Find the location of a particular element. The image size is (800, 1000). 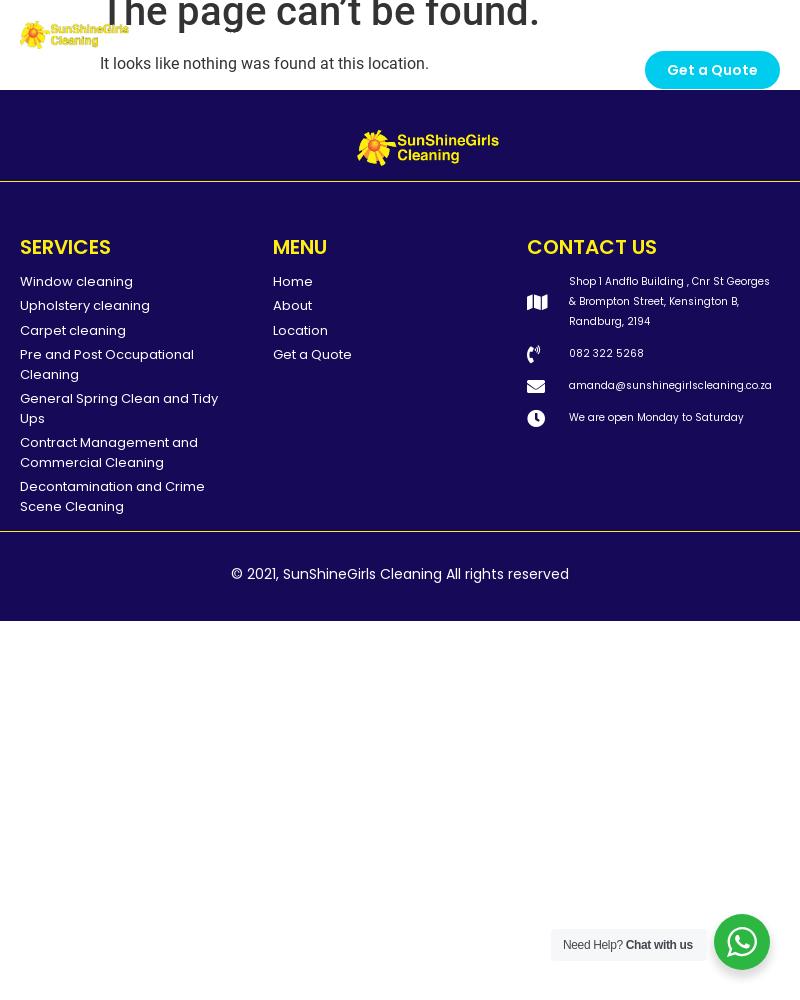

'Need Help?' is located at coordinates (562, 944).